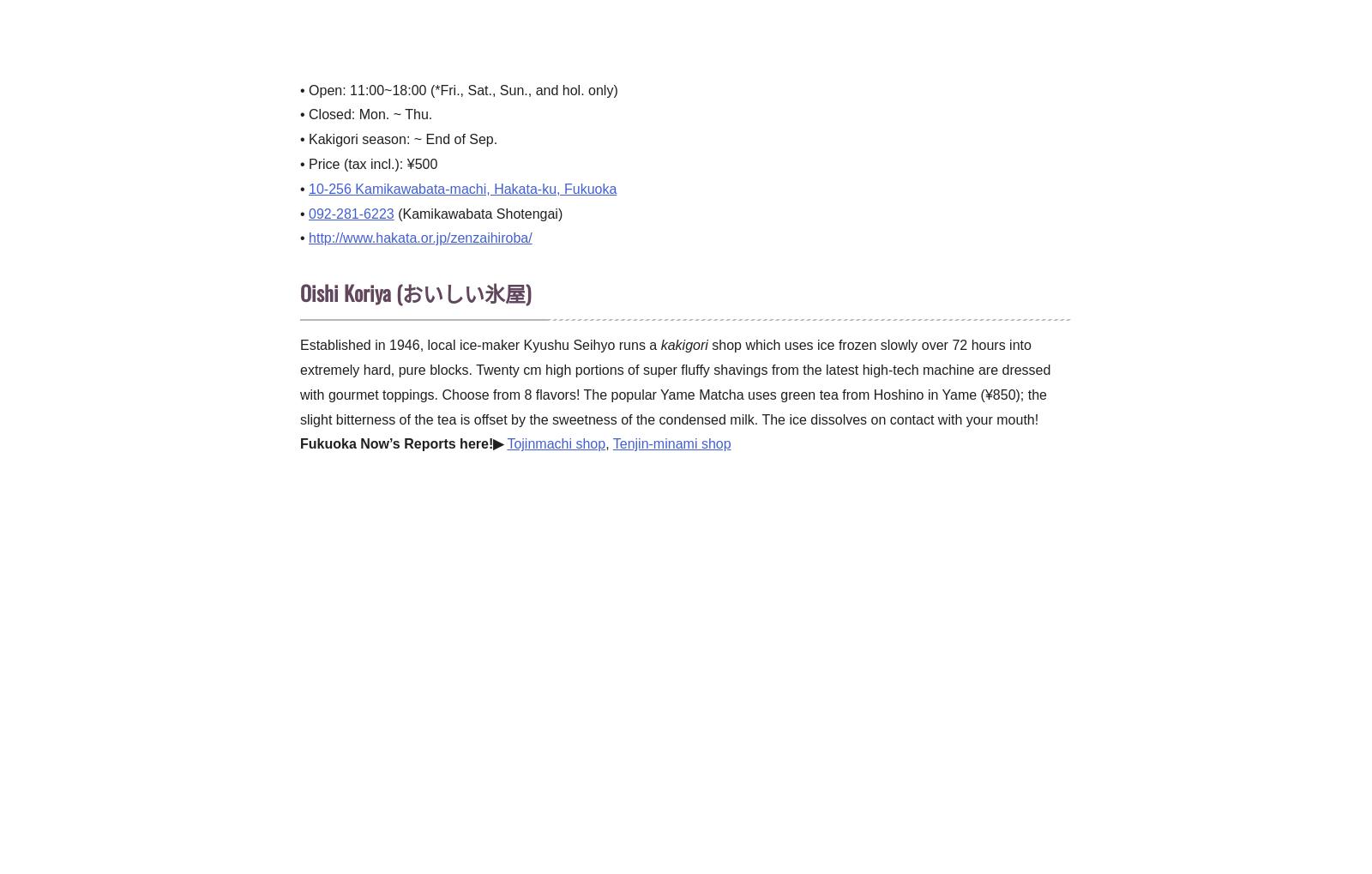  I want to click on 'shop which uses ice frozen slowly over 72 hours into extremely hard, pure blocks. Twenty cm high portions of super fluffy shavings from the latest high-tech machine are dressed with gourmet toppings. Choose from 8 flavors! The popular Yame Matcha uses green tea from Hoshino in Yame (¥850); the slight bitterness of the tea is offset by the sweetness of the condensed milk. The ice dissolves on contact with your mouth!', so click(675, 382).